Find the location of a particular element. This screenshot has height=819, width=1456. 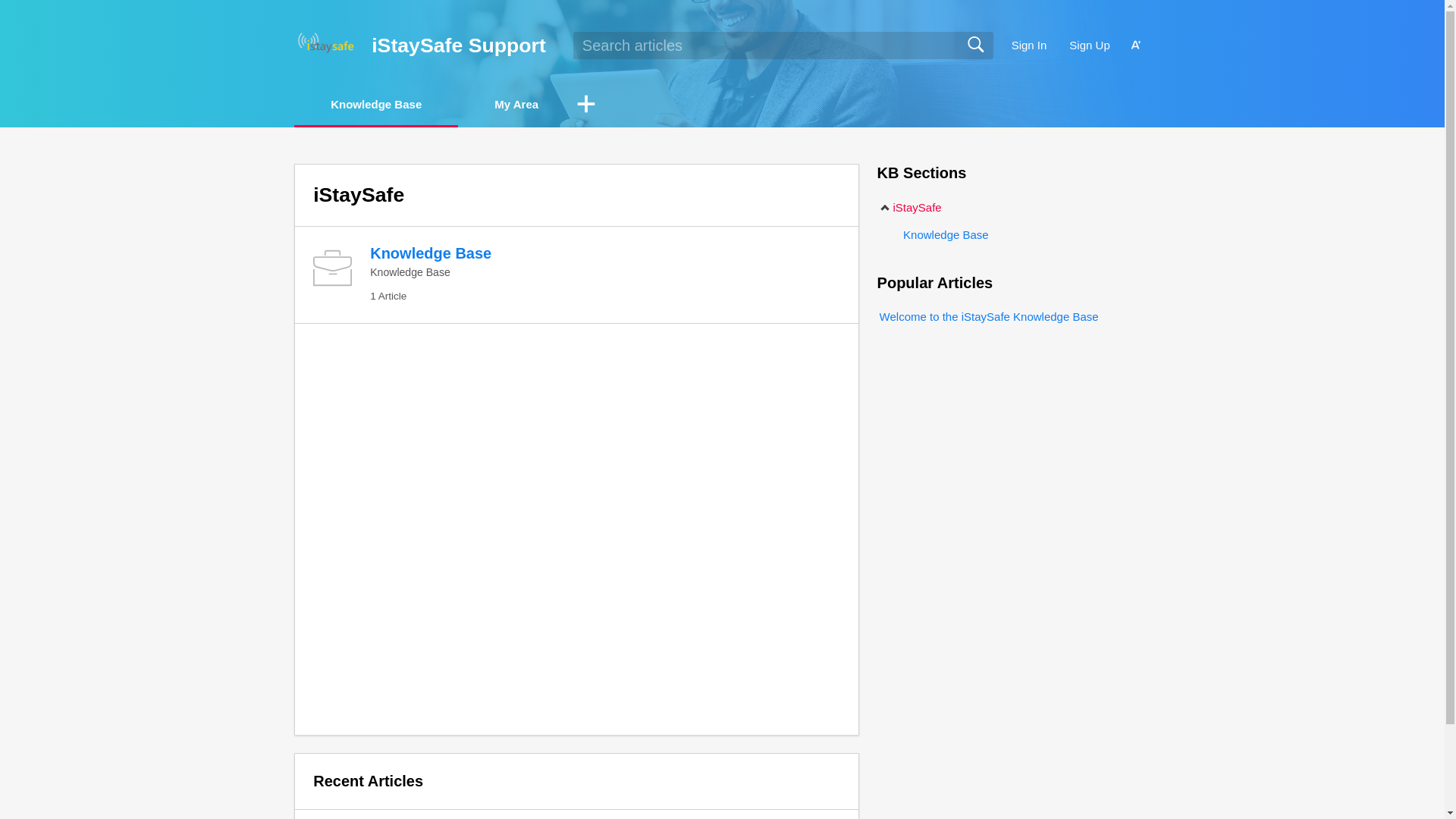

'Sign Up' is located at coordinates (1088, 45).